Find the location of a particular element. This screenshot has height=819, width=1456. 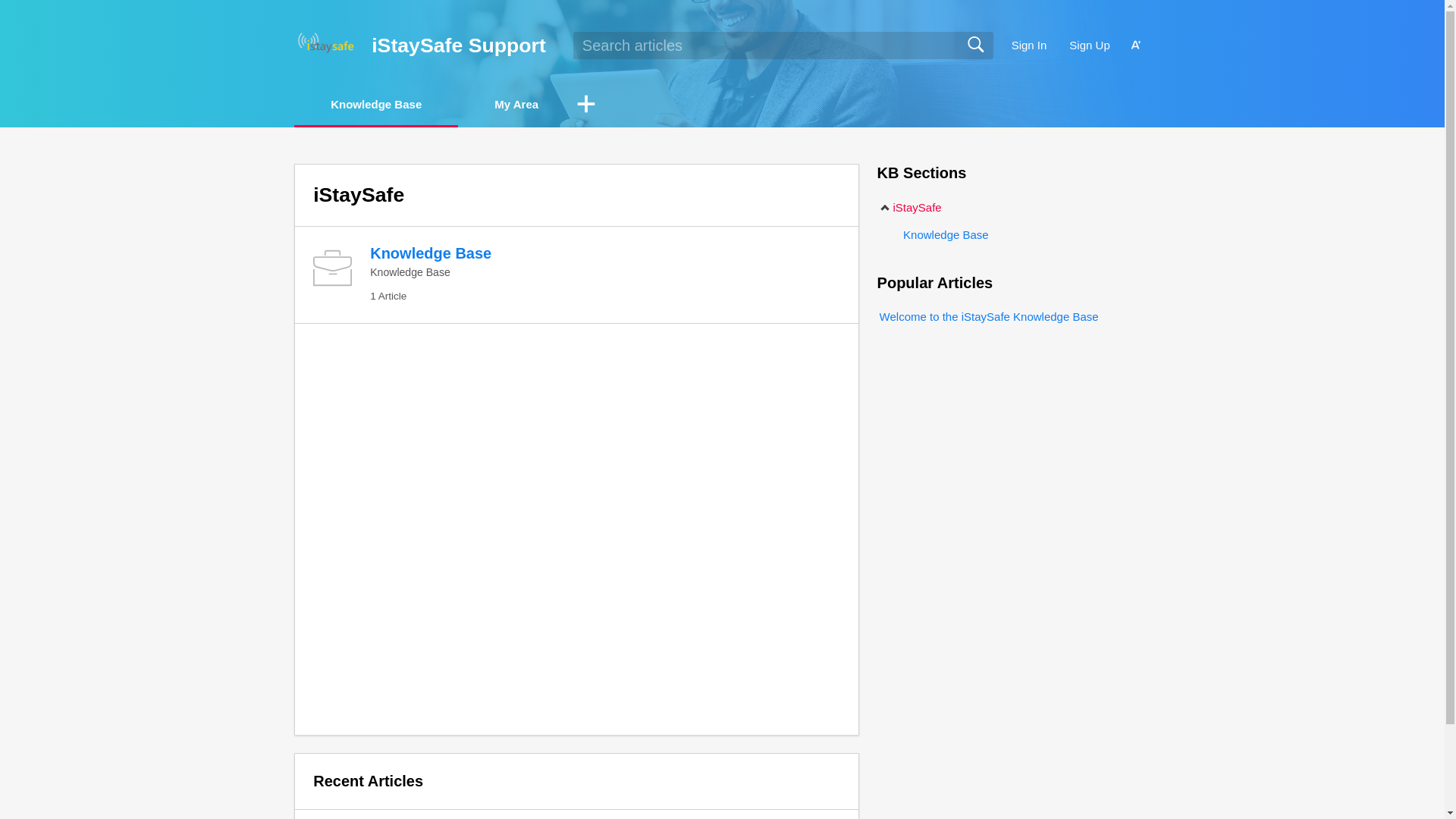

'Sign Up' is located at coordinates (1088, 45).